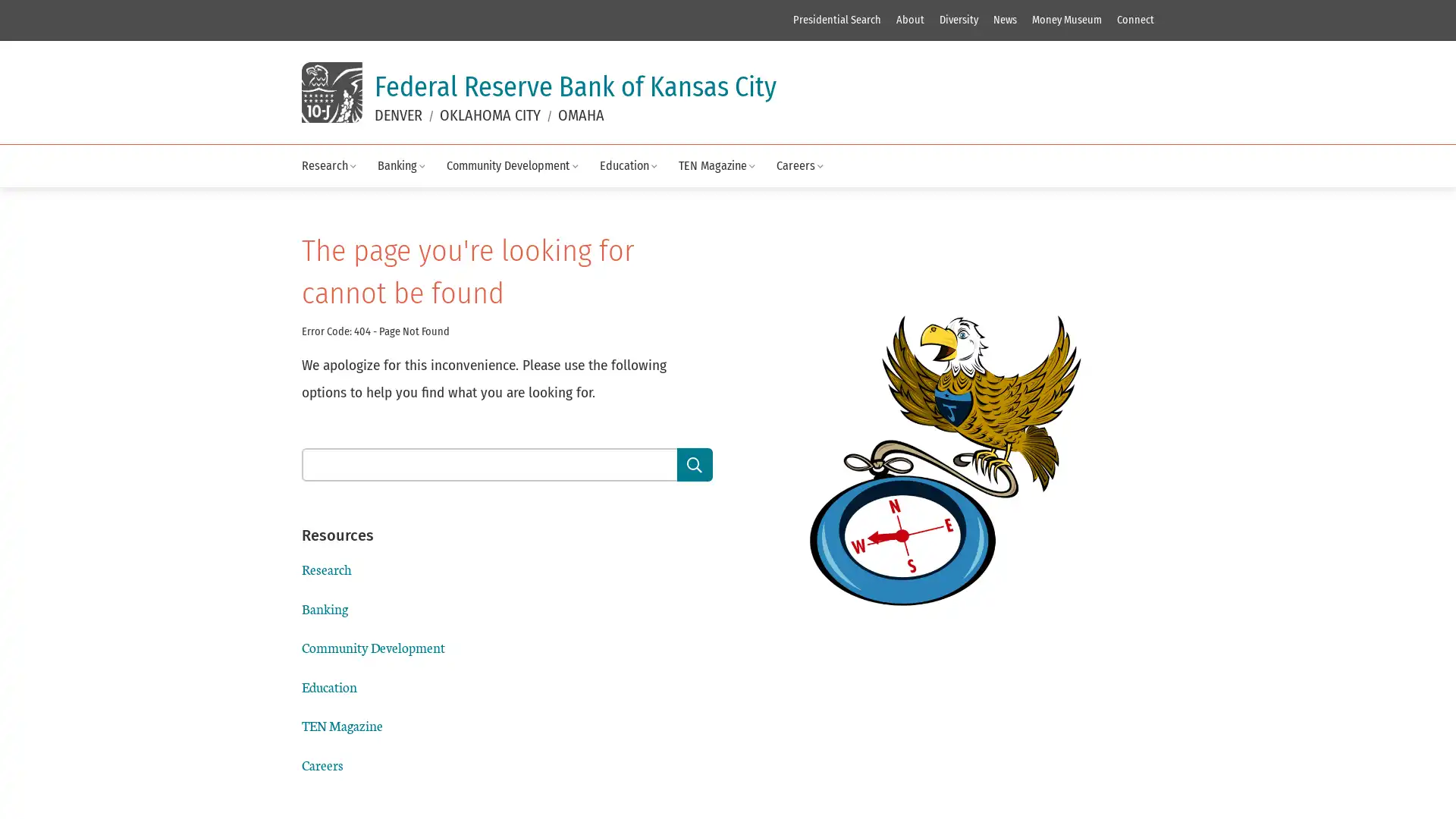  What do you see at coordinates (328, 165) in the screenshot?
I see `Research` at bounding box center [328, 165].